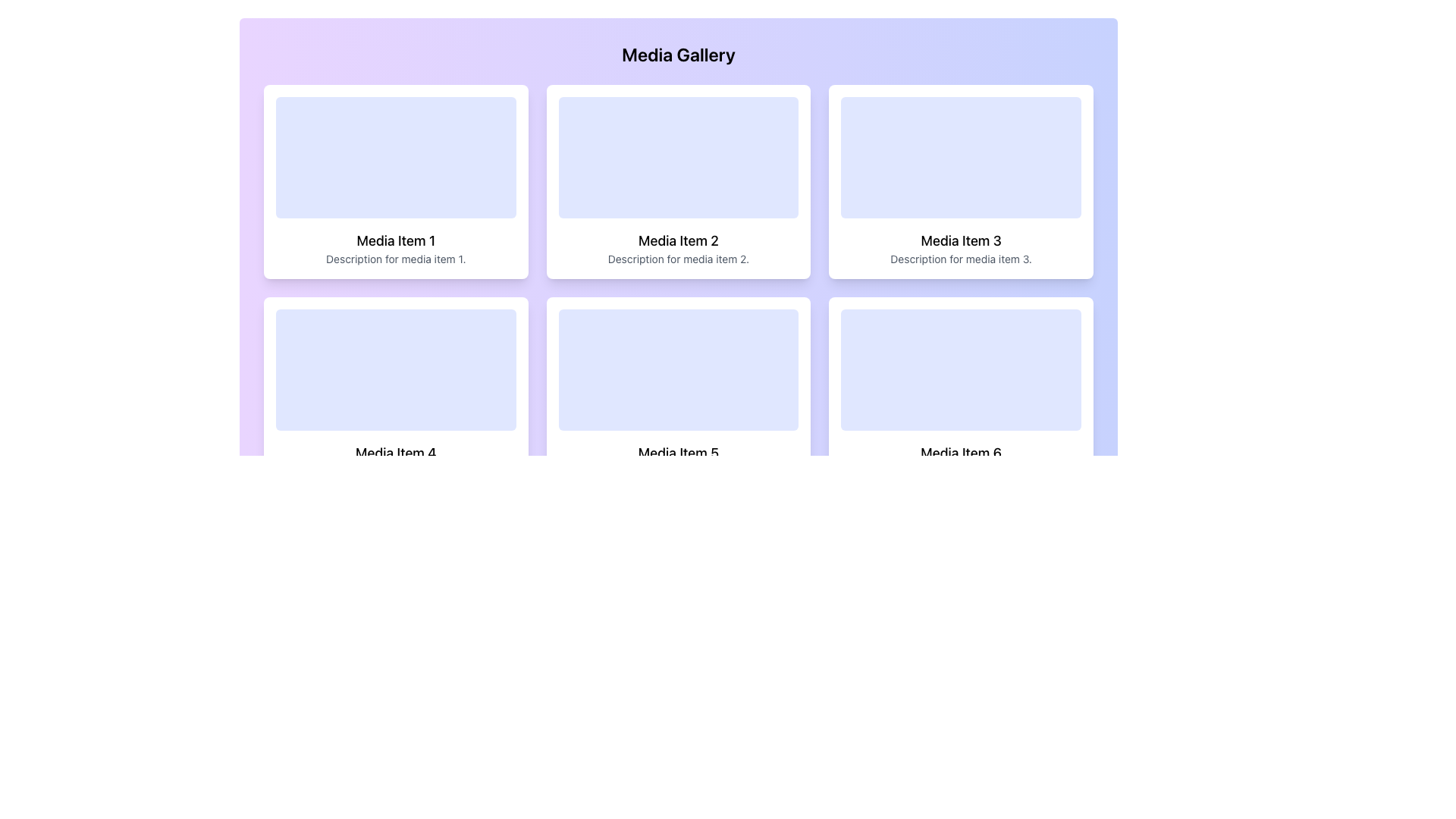 The image size is (1456, 819). Describe the element at coordinates (960, 394) in the screenshot. I see `the rectangular card labeled 'Media Item 6' with a placeholder image and description in the bottom-right corner of the grid layout` at that location.